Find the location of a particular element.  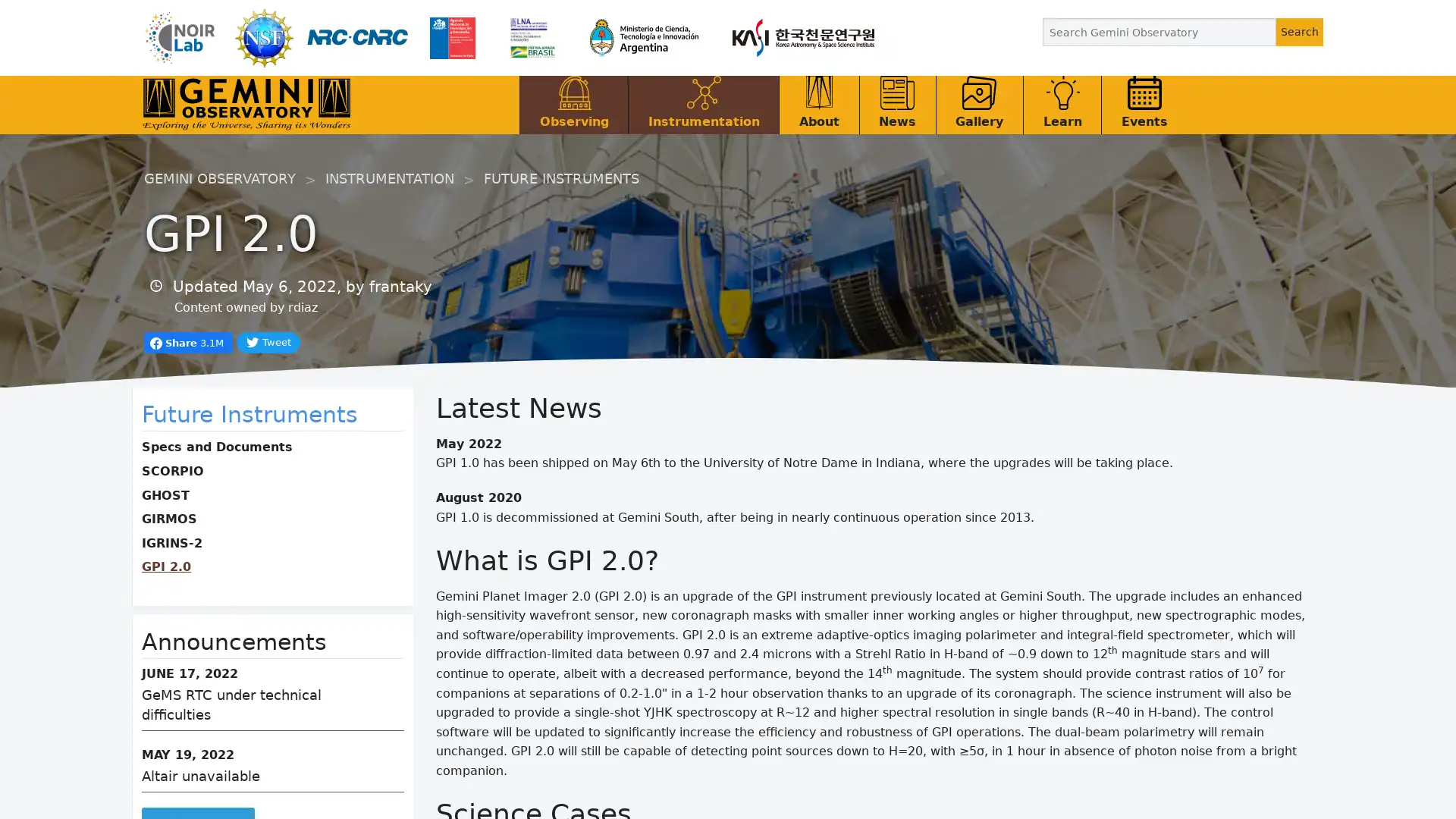

Search is located at coordinates (1298, 32).